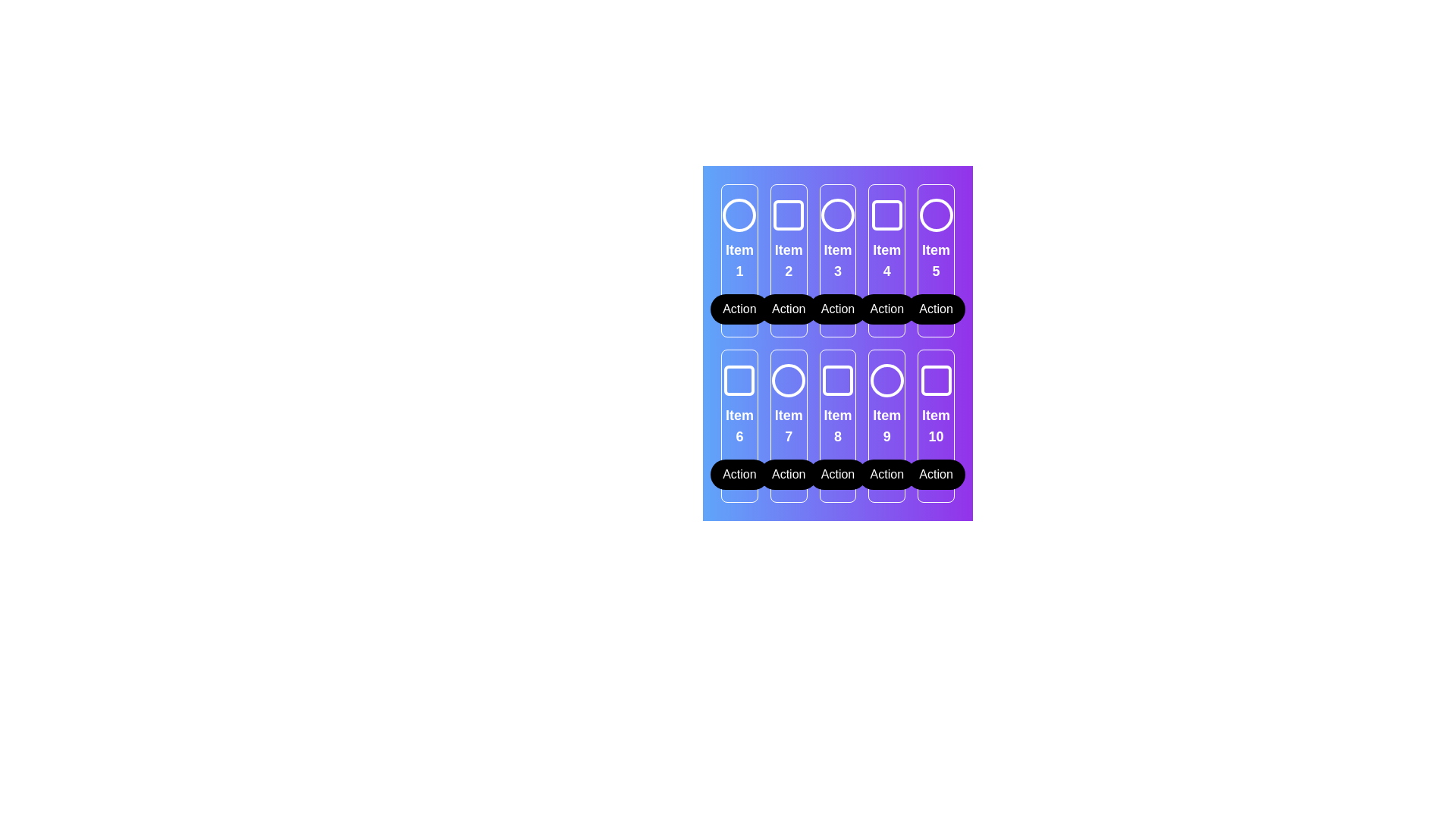 The image size is (1456, 819). I want to click on the properties of the graphical box element located in the last cell of the second row of the grid layout, aligned within the column labeled 'Item 10', so click(935, 379).